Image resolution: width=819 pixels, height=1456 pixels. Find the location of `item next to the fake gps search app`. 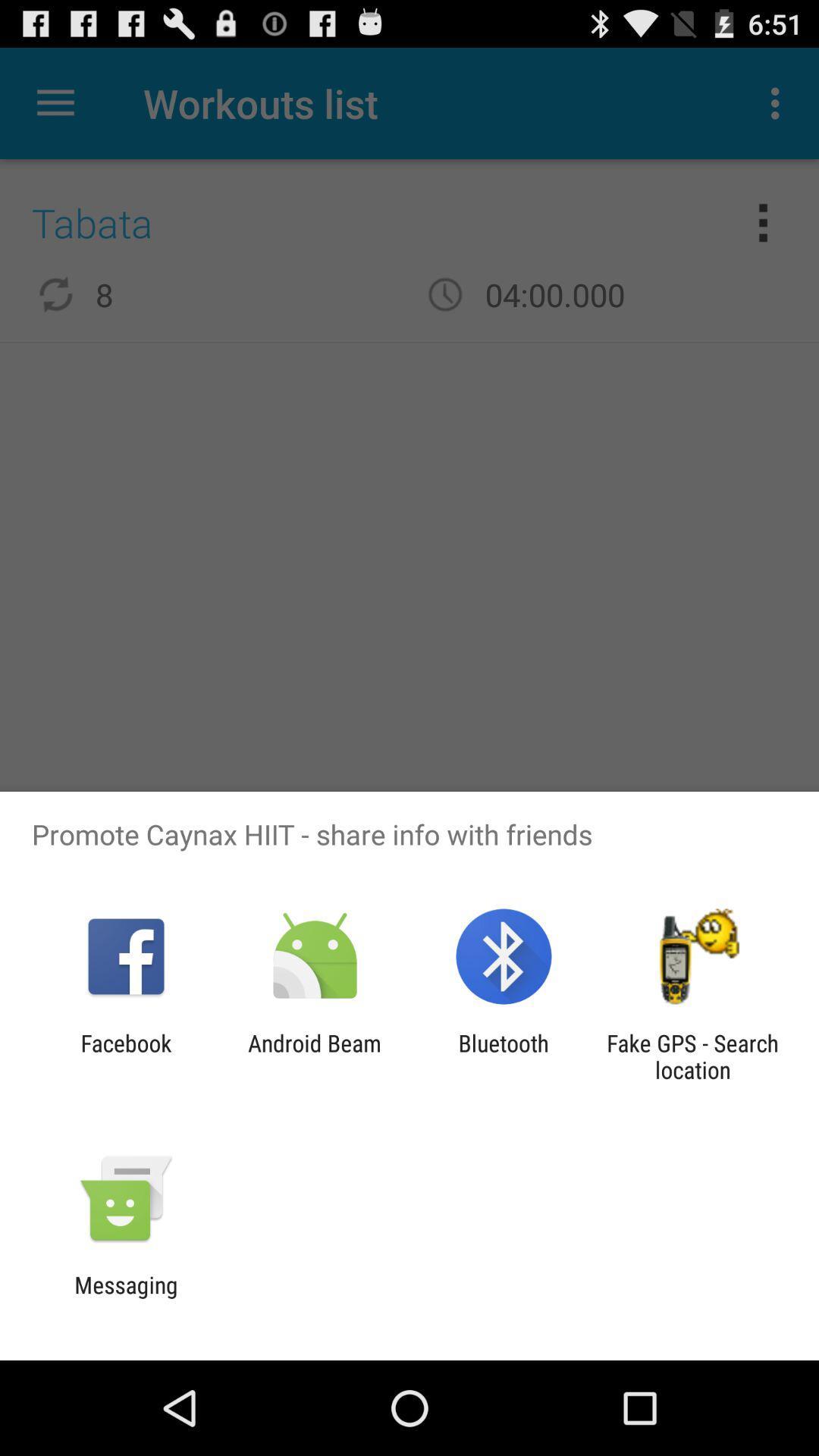

item next to the fake gps search app is located at coordinates (504, 1056).